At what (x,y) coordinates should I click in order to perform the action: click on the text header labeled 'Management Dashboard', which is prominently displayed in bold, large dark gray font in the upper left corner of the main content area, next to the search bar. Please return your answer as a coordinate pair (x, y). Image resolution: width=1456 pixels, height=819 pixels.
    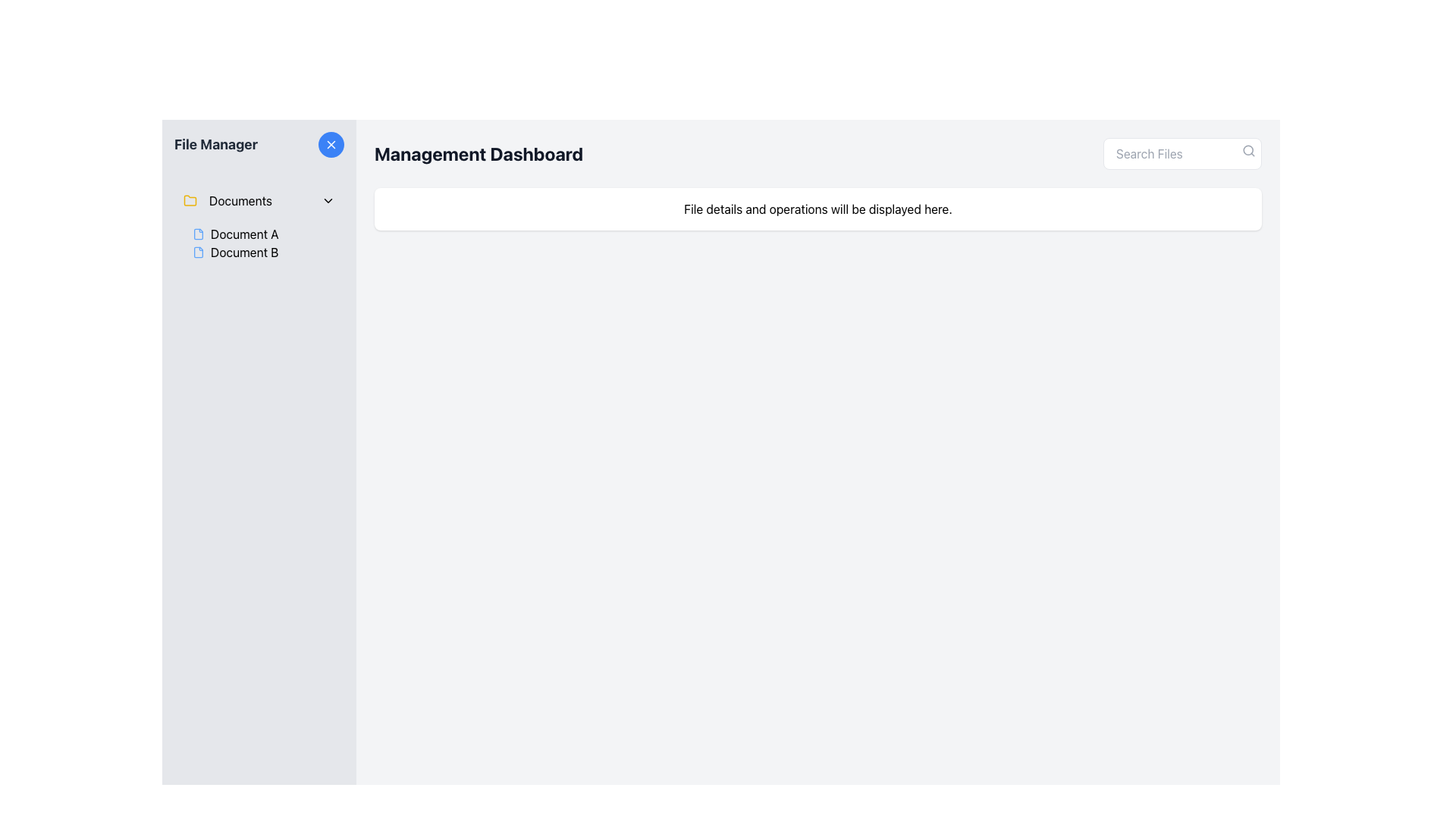
    Looking at the image, I should click on (478, 154).